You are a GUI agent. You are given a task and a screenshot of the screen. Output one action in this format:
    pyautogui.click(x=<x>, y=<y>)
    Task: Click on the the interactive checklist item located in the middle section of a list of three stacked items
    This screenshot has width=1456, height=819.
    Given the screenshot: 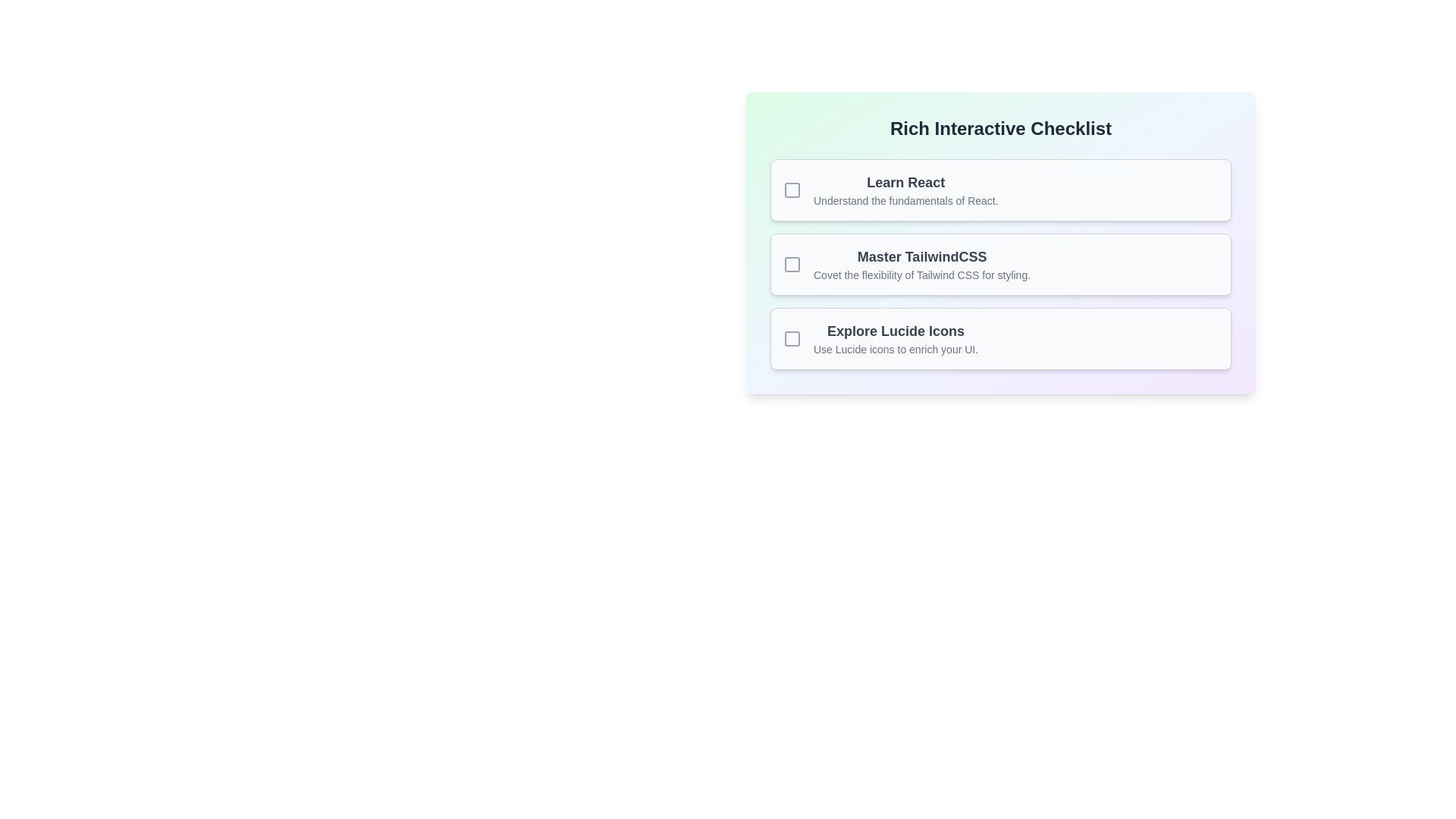 What is the action you would take?
    pyautogui.click(x=1001, y=263)
    